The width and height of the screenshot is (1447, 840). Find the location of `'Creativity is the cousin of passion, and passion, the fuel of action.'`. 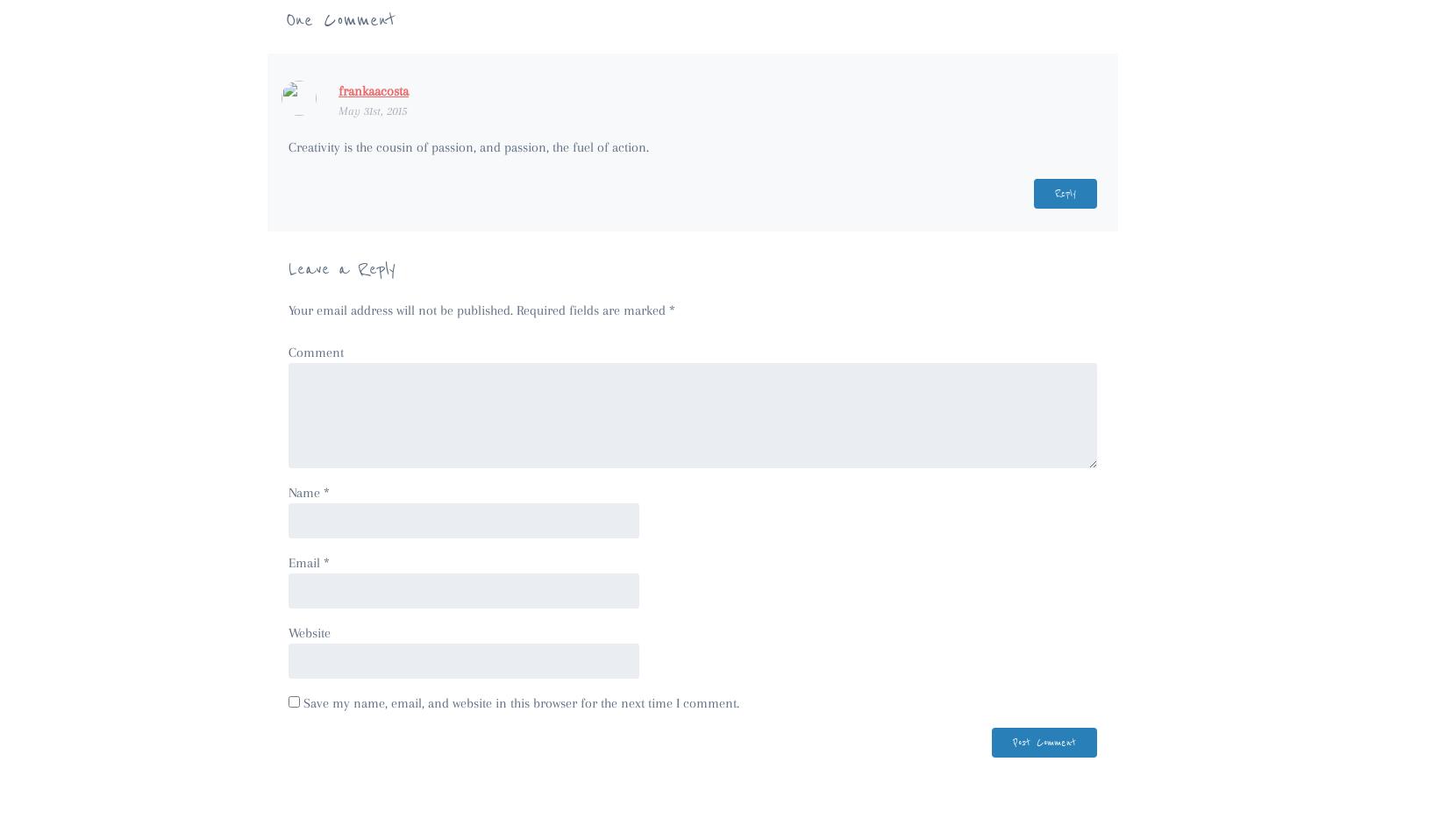

'Creativity is the cousin of passion, and passion, the fuel of action.' is located at coordinates (467, 146).